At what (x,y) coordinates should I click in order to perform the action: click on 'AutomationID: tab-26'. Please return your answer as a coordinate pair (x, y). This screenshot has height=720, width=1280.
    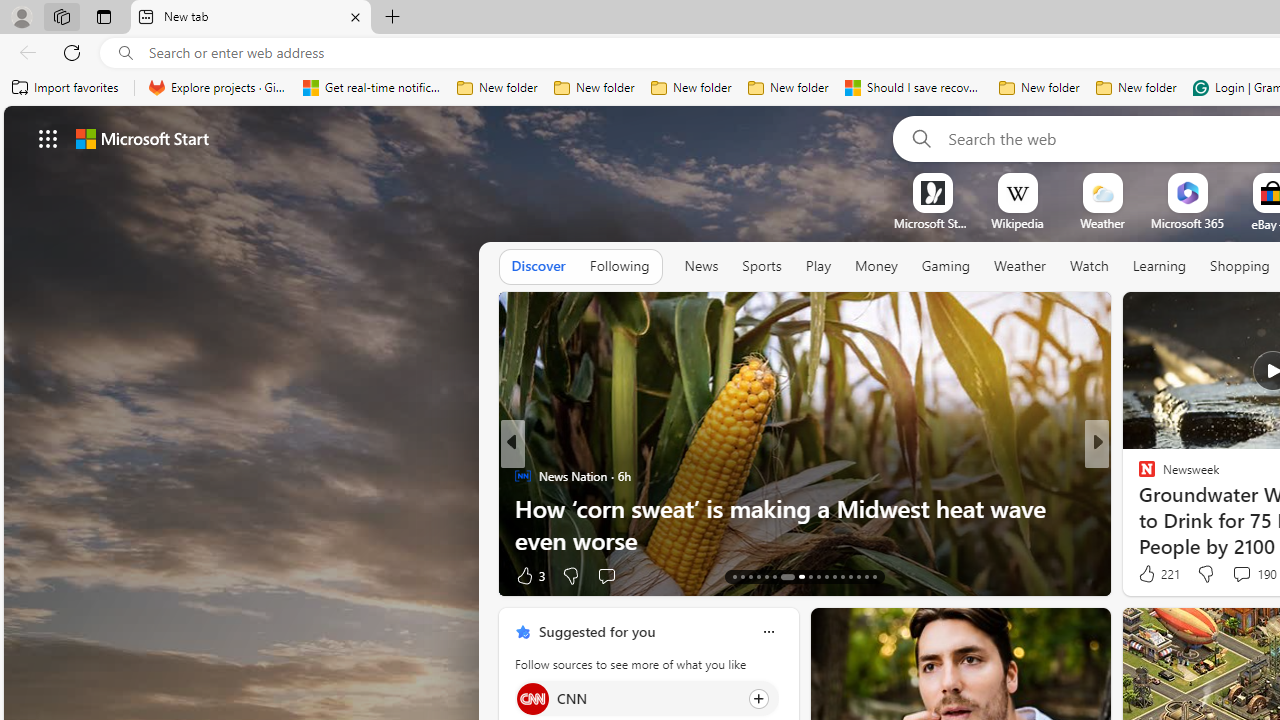
    Looking at the image, I should click on (850, 577).